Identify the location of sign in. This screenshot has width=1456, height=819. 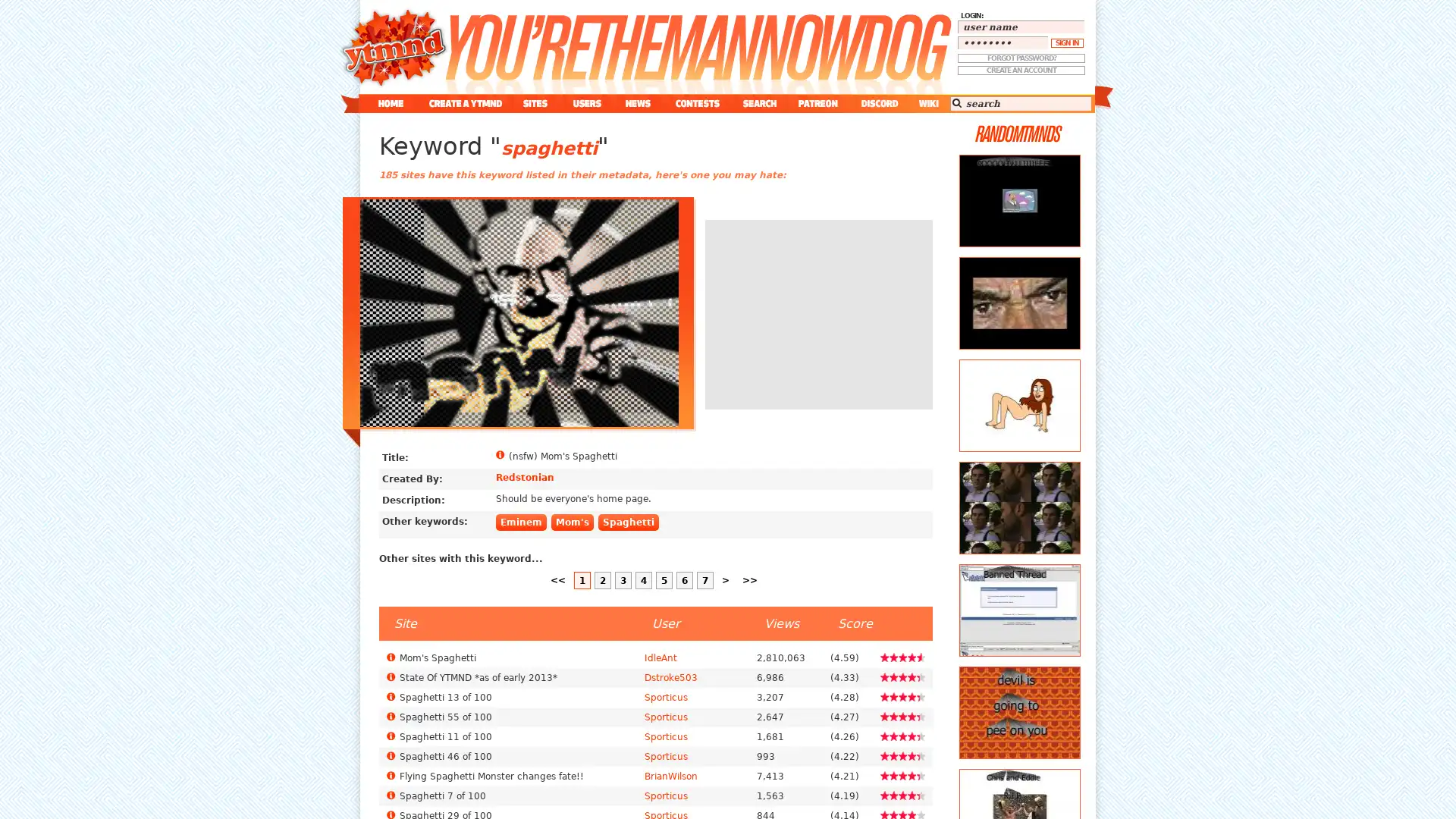
(1066, 42).